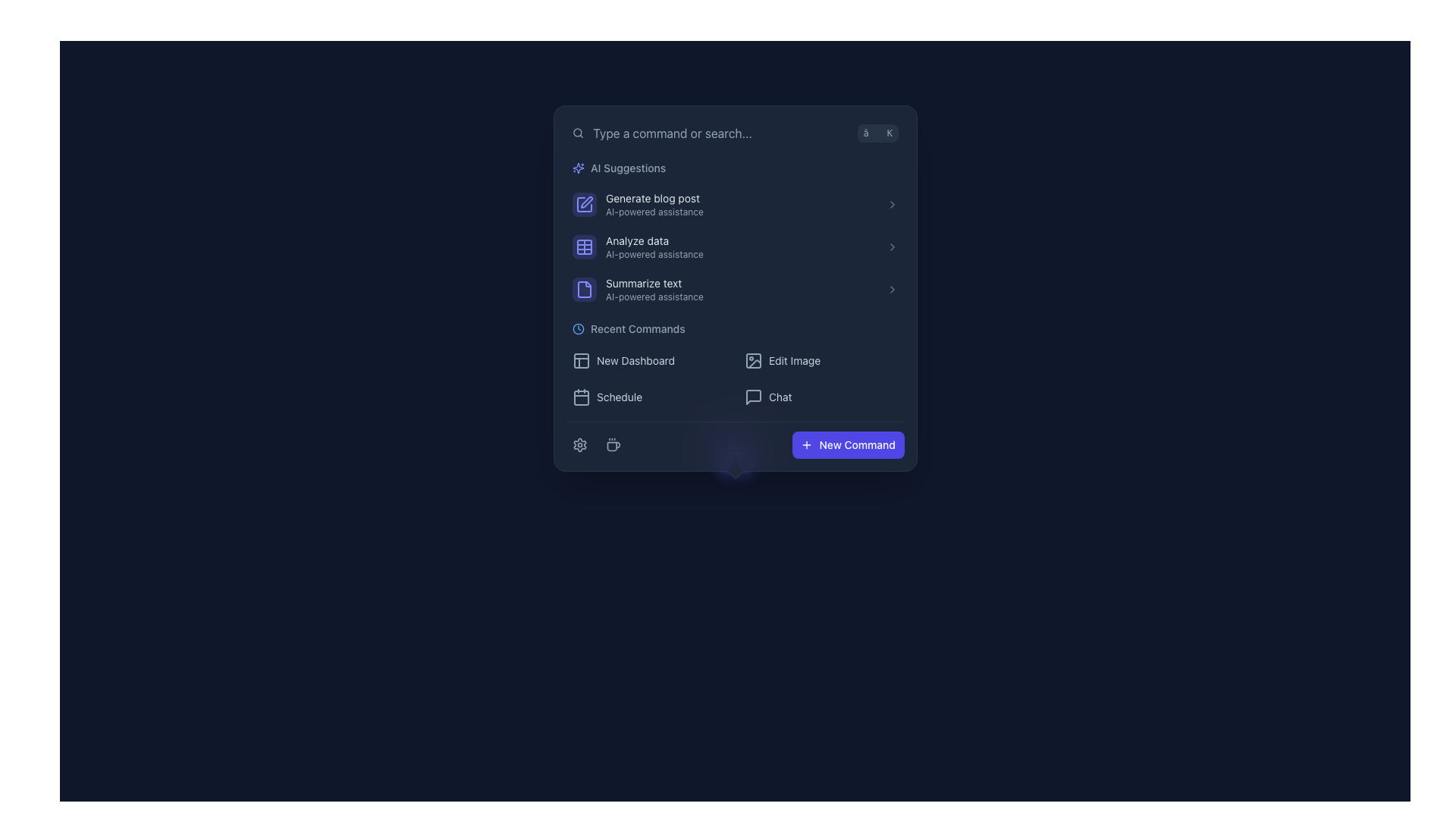  What do you see at coordinates (793, 360) in the screenshot?
I see `the text label reading 'Edit Image', which is part of the command menu located to the right of an image-related icon in the 'Recent Commands' section` at bounding box center [793, 360].